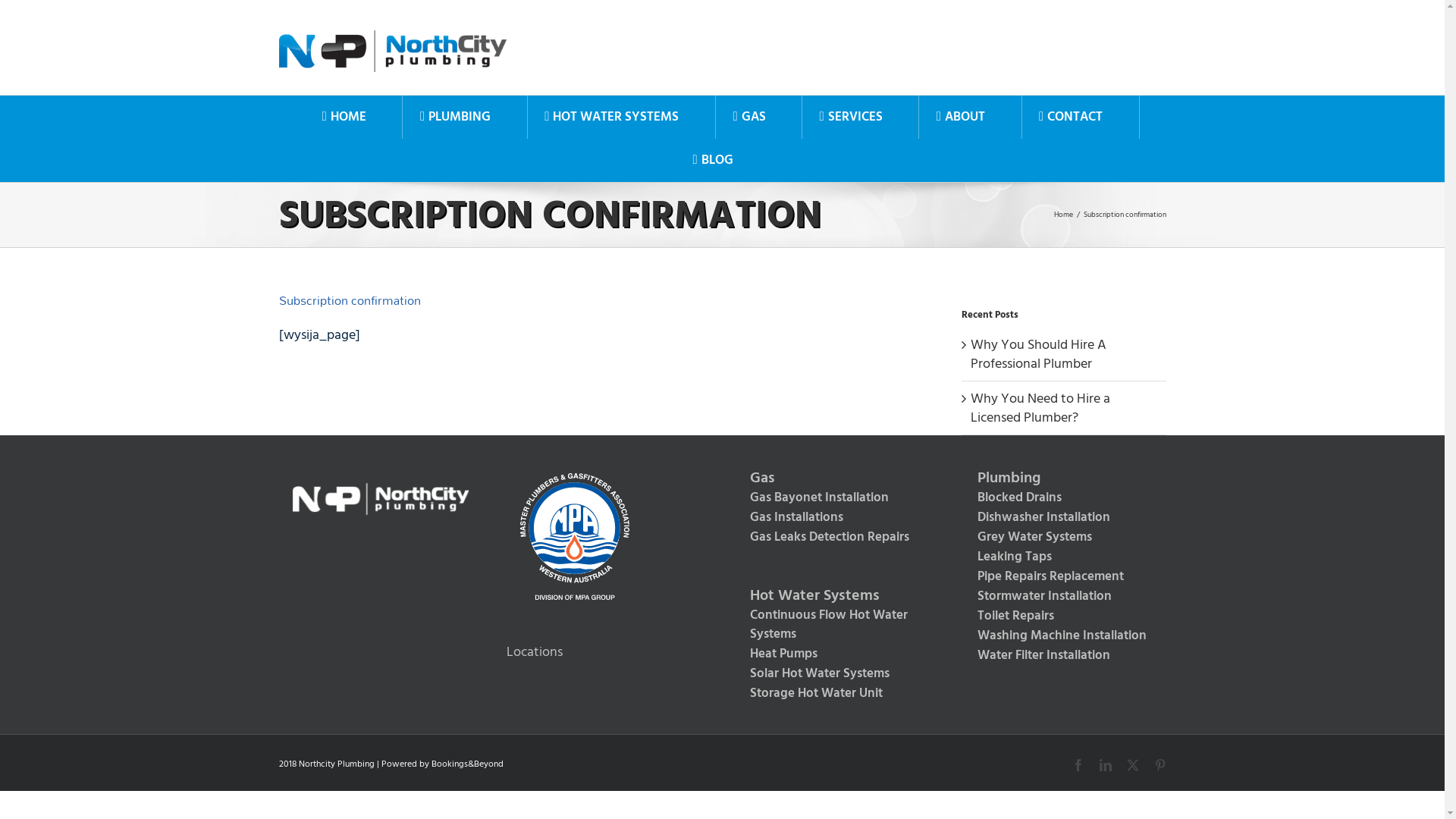 This screenshot has height=819, width=1456. What do you see at coordinates (734, 693) in the screenshot?
I see `'Storage Hot Water Unit'` at bounding box center [734, 693].